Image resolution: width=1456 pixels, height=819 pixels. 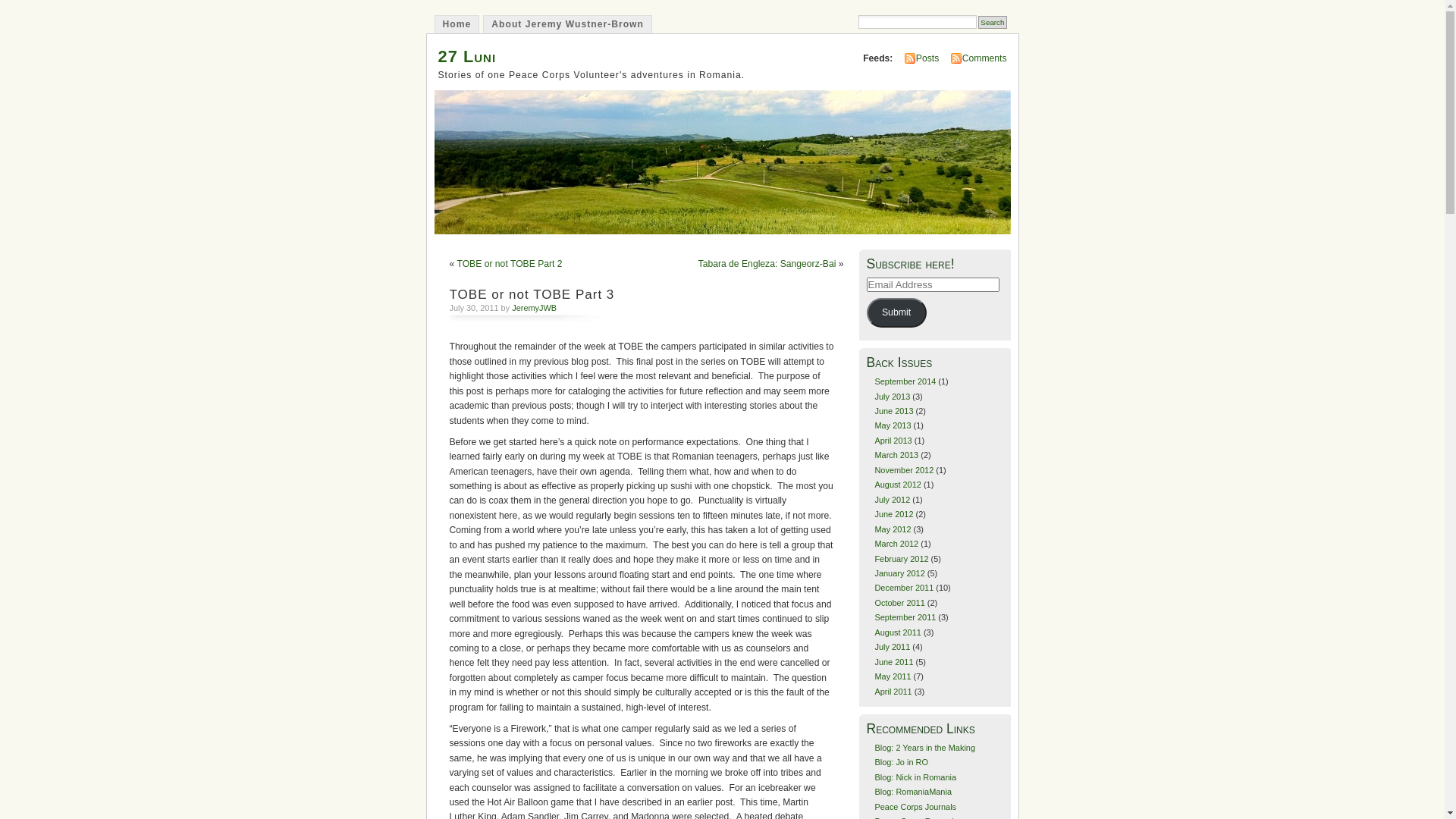 I want to click on 'March 2013', so click(x=896, y=454).